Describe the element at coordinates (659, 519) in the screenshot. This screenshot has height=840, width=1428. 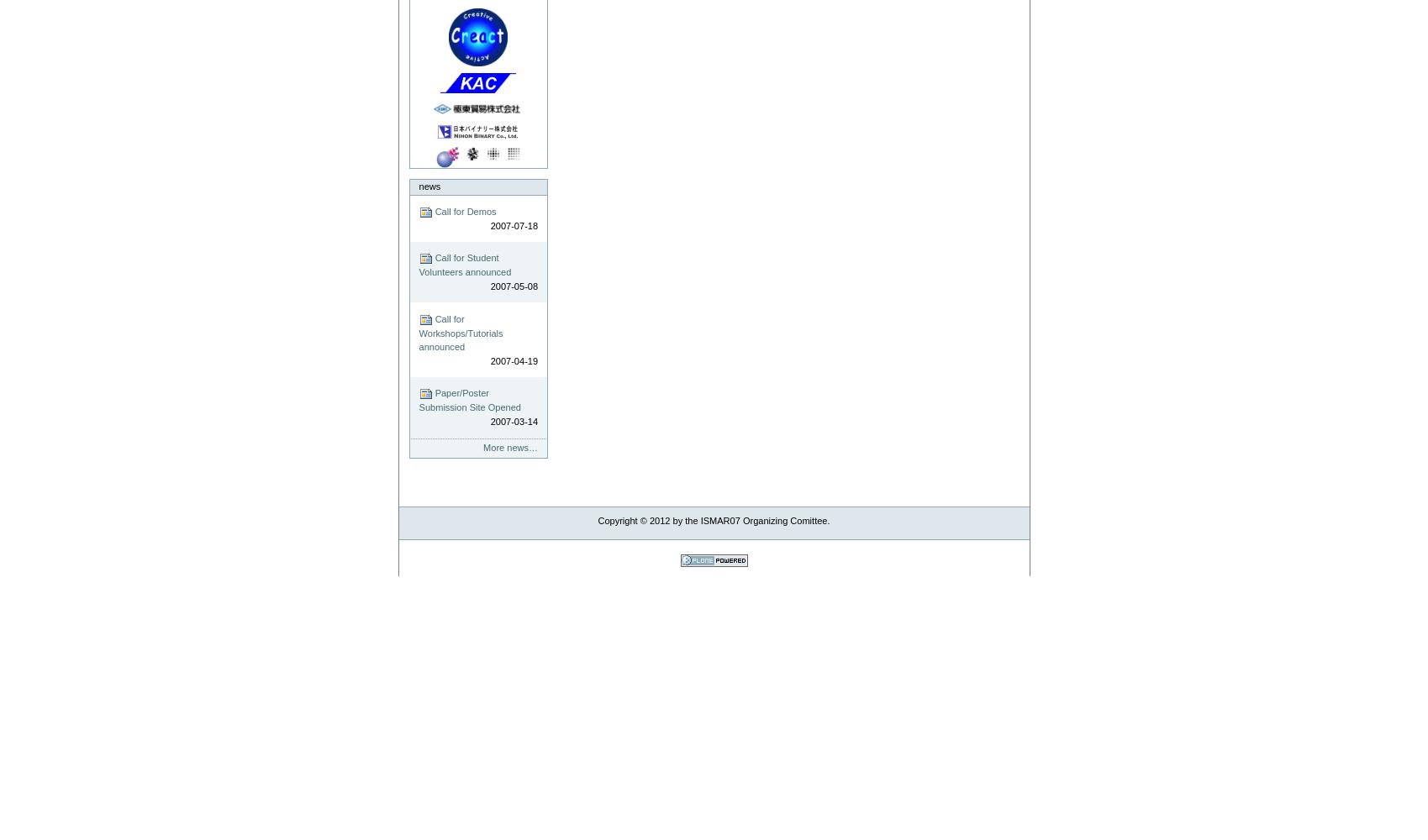
I see `'2012'` at that location.